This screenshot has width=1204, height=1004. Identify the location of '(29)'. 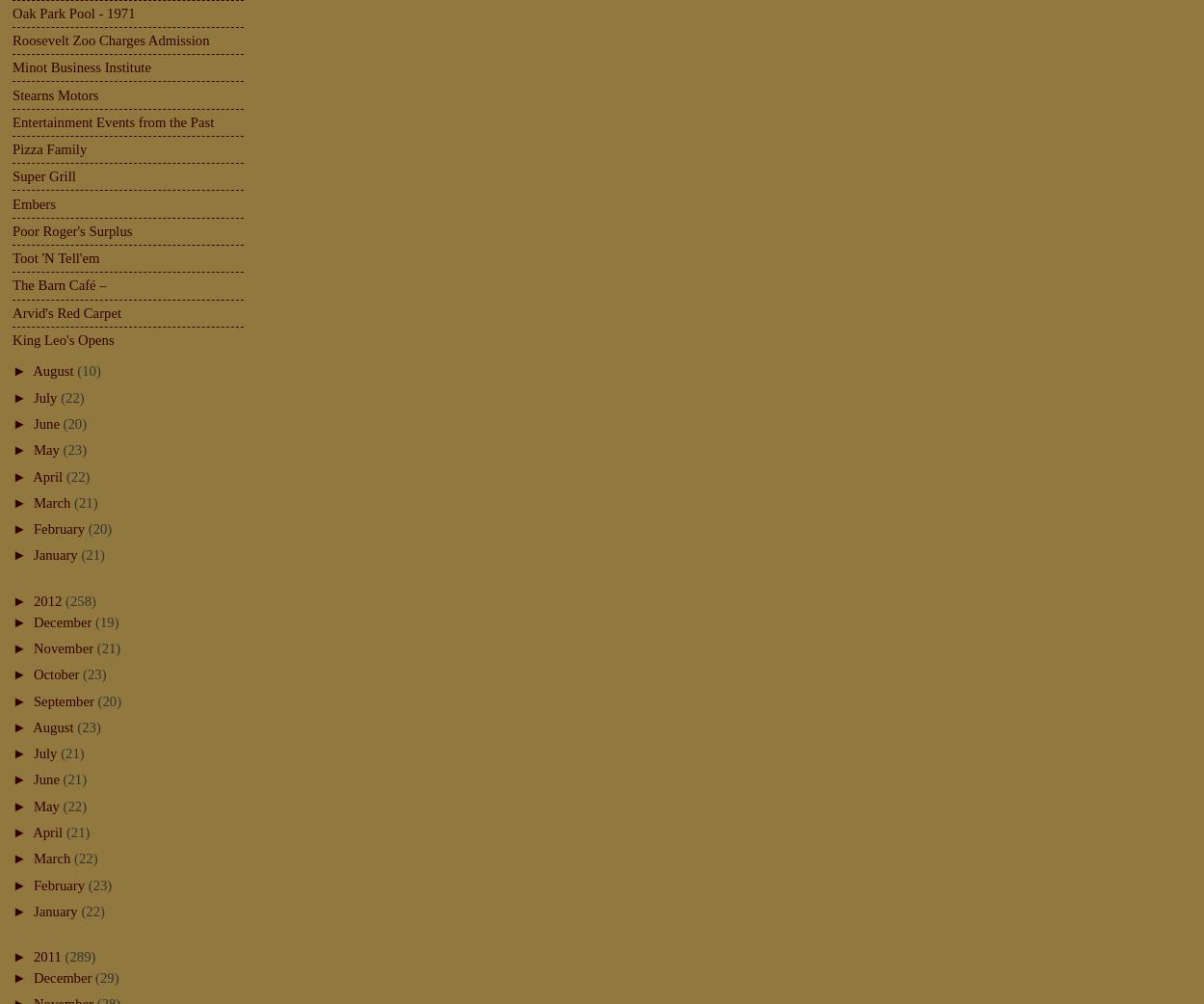
(94, 978).